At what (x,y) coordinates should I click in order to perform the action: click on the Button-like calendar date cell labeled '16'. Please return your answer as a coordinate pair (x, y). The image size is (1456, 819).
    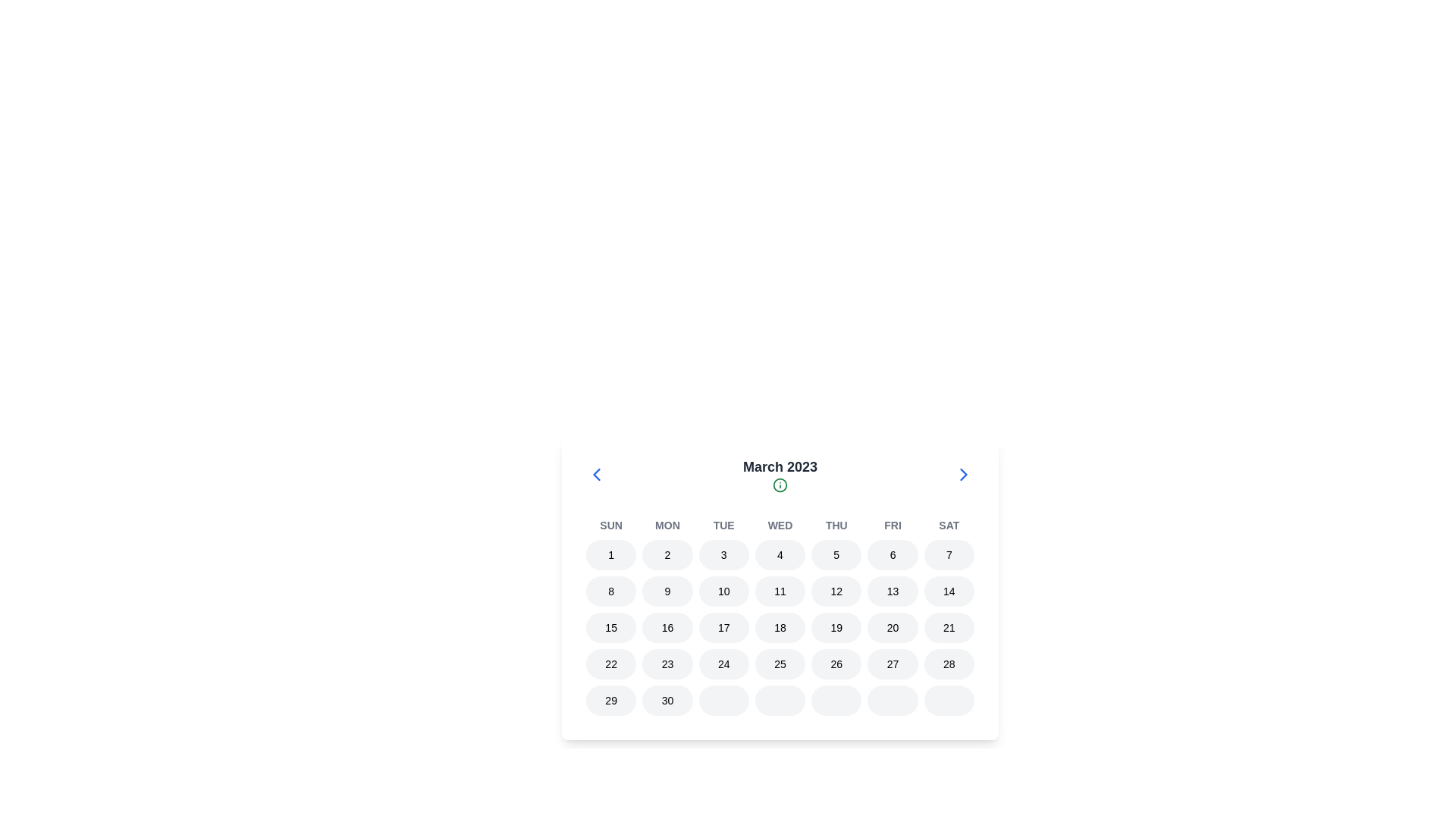
    Looking at the image, I should click on (667, 628).